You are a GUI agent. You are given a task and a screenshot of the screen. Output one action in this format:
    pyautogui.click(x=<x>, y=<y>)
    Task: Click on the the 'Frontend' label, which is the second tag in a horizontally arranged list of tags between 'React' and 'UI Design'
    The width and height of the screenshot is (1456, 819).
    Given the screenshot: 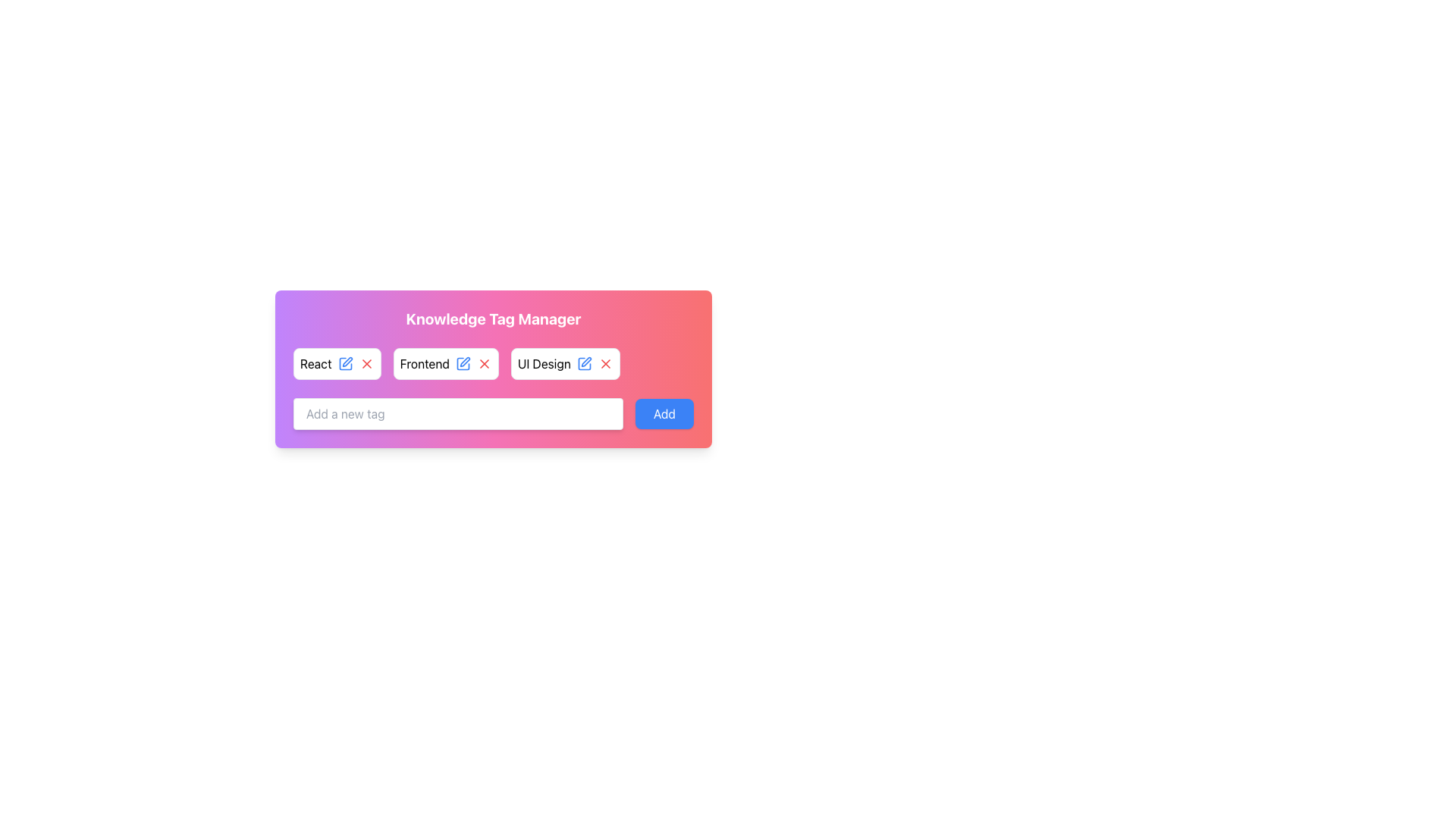 What is the action you would take?
    pyautogui.click(x=425, y=363)
    